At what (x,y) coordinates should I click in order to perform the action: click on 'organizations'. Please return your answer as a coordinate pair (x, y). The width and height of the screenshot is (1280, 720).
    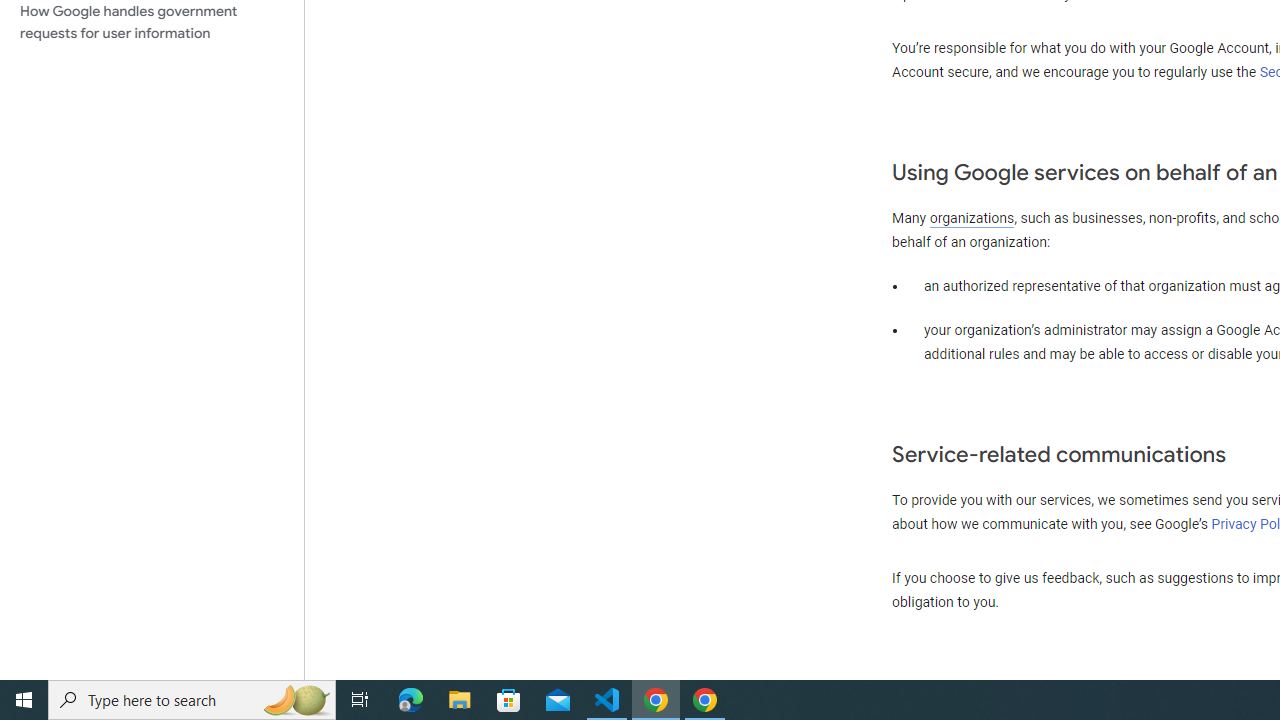
    Looking at the image, I should click on (972, 218).